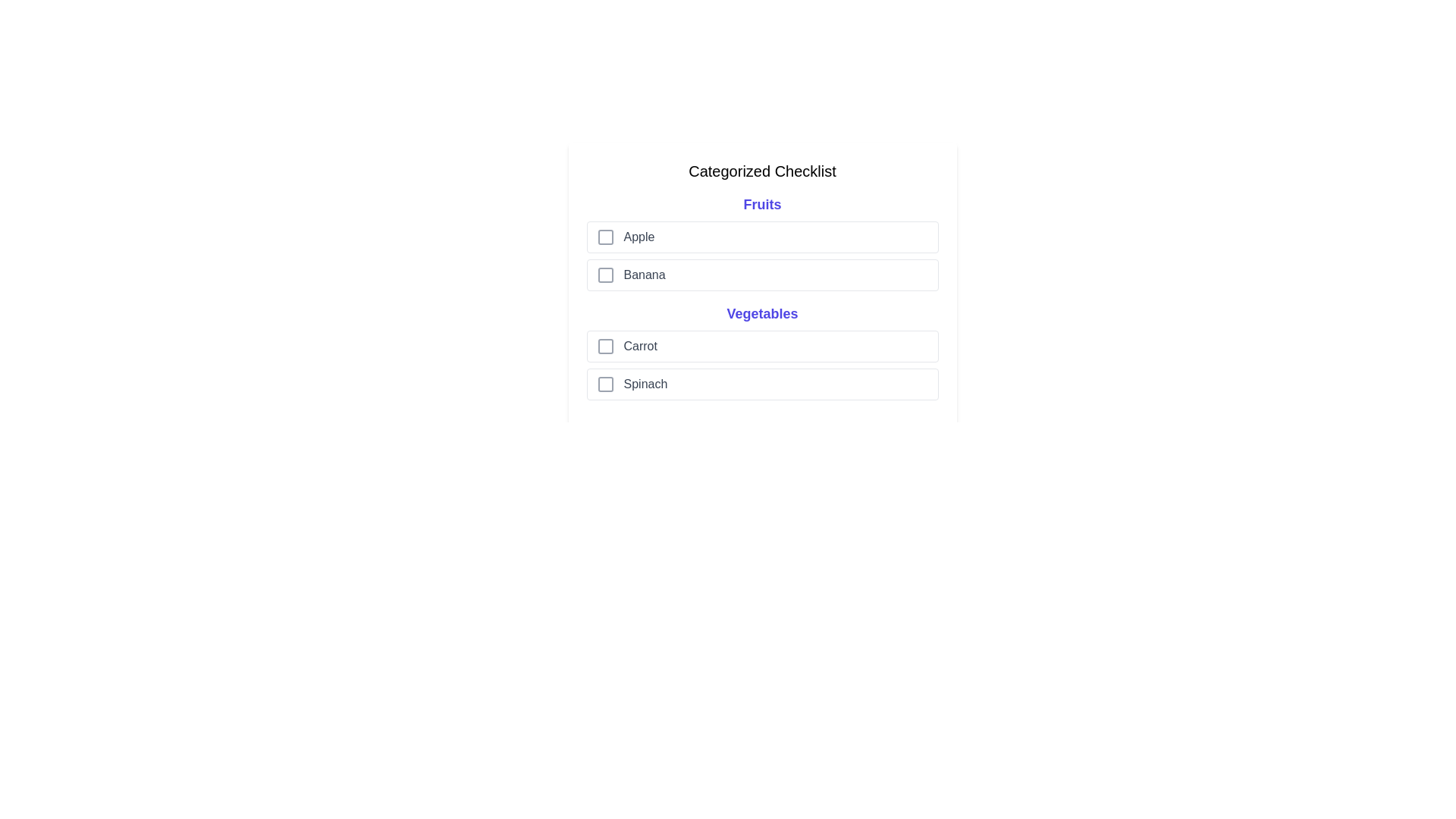  Describe the element at coordinates (762, 205) in the screenshot. I see `the header text labeled 'Fruits', which is styled in bold and indigo color, located at the top of the 'Fruits' category group` at that location.